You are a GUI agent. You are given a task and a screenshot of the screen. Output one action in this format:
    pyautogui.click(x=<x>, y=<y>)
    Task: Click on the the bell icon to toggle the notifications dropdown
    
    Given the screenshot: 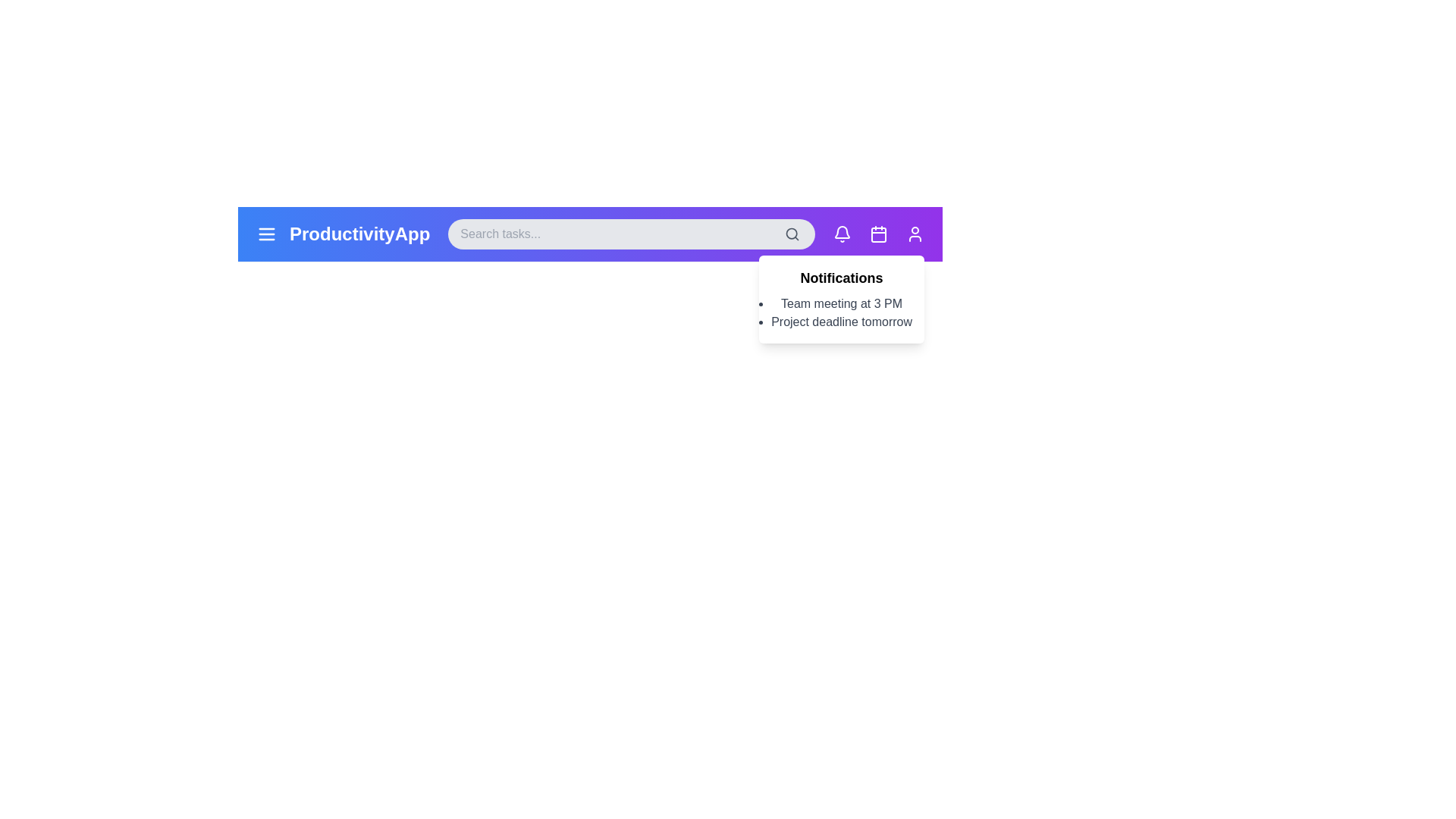 What is the action you would take?
    pyautogui.click(x=841, y=234)
    